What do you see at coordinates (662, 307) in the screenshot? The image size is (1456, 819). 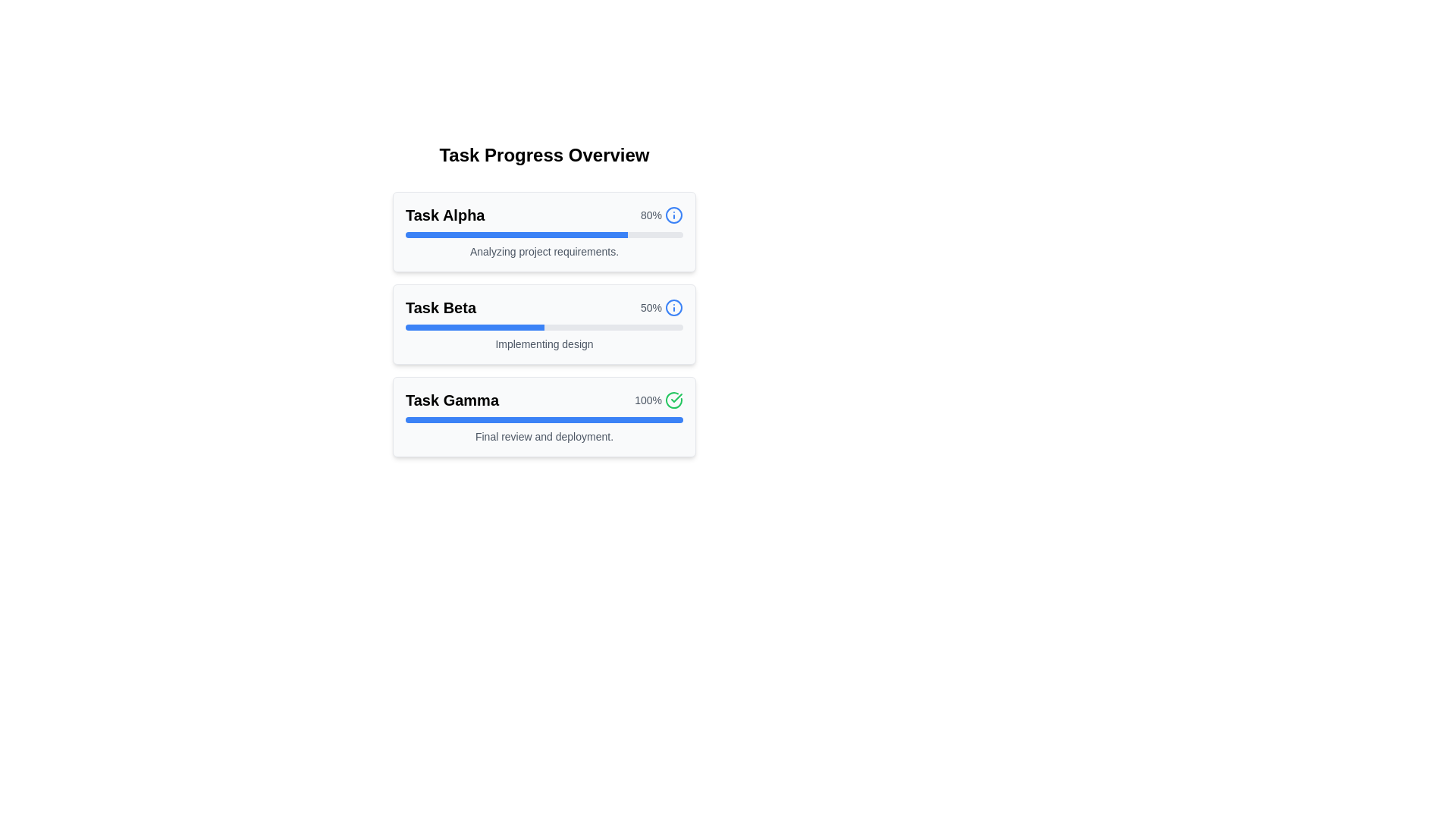 I see `the hybrid component displaying '50%' and the blue information icon within the 'Task Beta' group` at bounding box center [662, 307].